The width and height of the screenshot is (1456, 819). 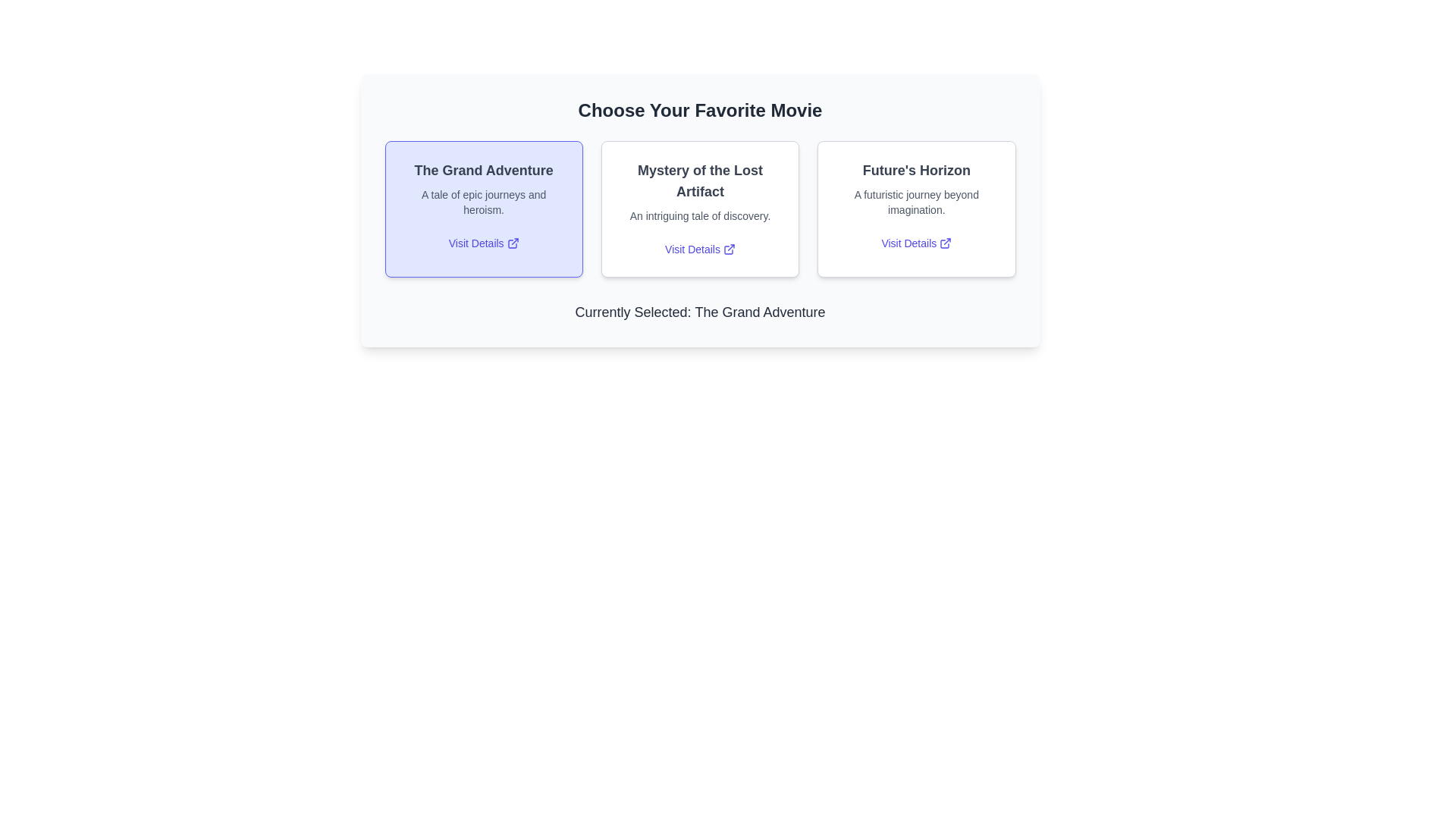 What do you see at coordinates (483, 242) in the screenshot?
I see `the hyperlink with icon located at the bottom-right corner of the 'The Grand Adventure' card` at bounding box center [483, 242].